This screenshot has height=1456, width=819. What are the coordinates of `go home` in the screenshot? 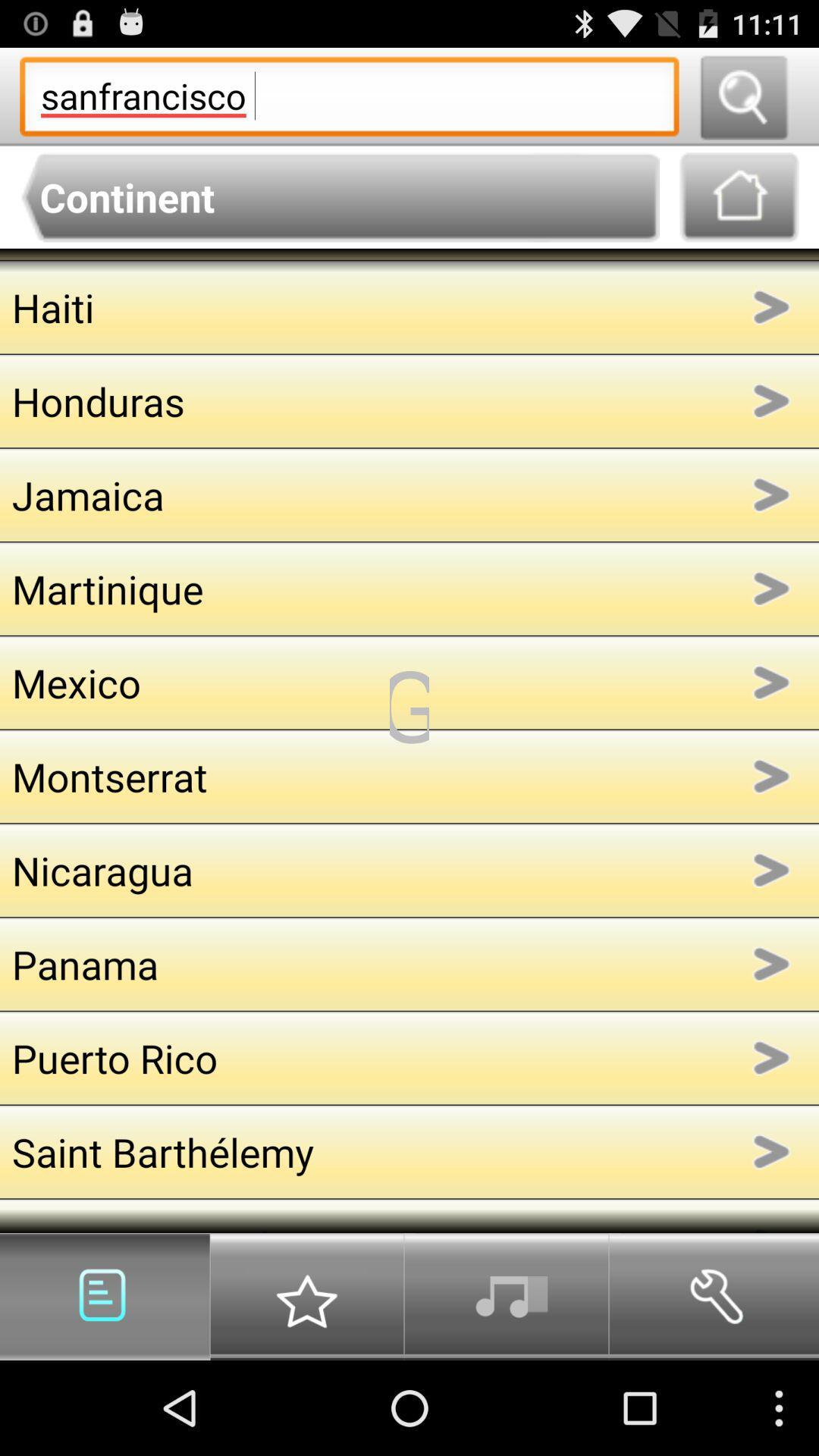 It's located at (739, 196).